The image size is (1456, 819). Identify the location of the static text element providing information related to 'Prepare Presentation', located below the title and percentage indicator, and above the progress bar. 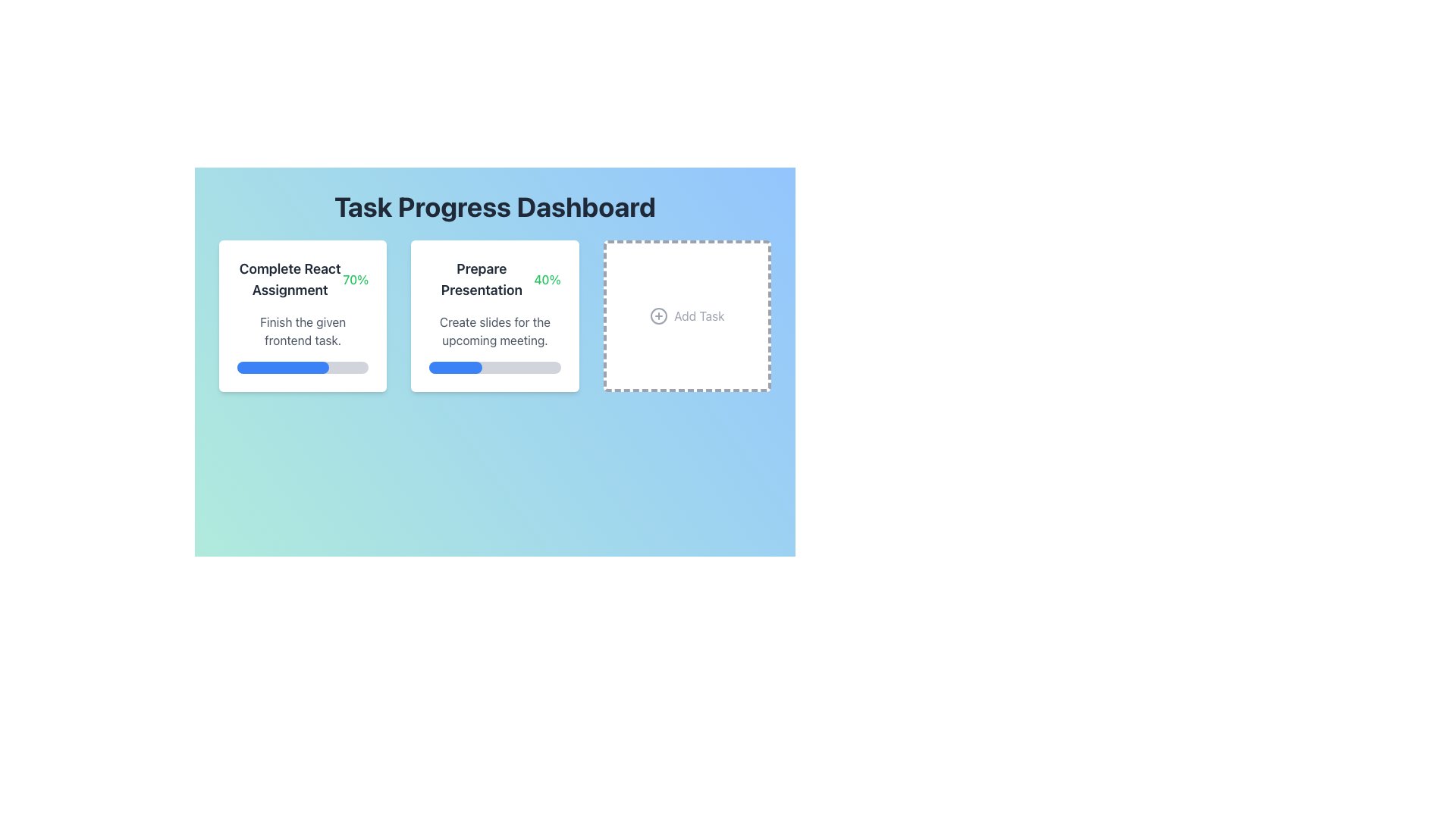
(494, 330).